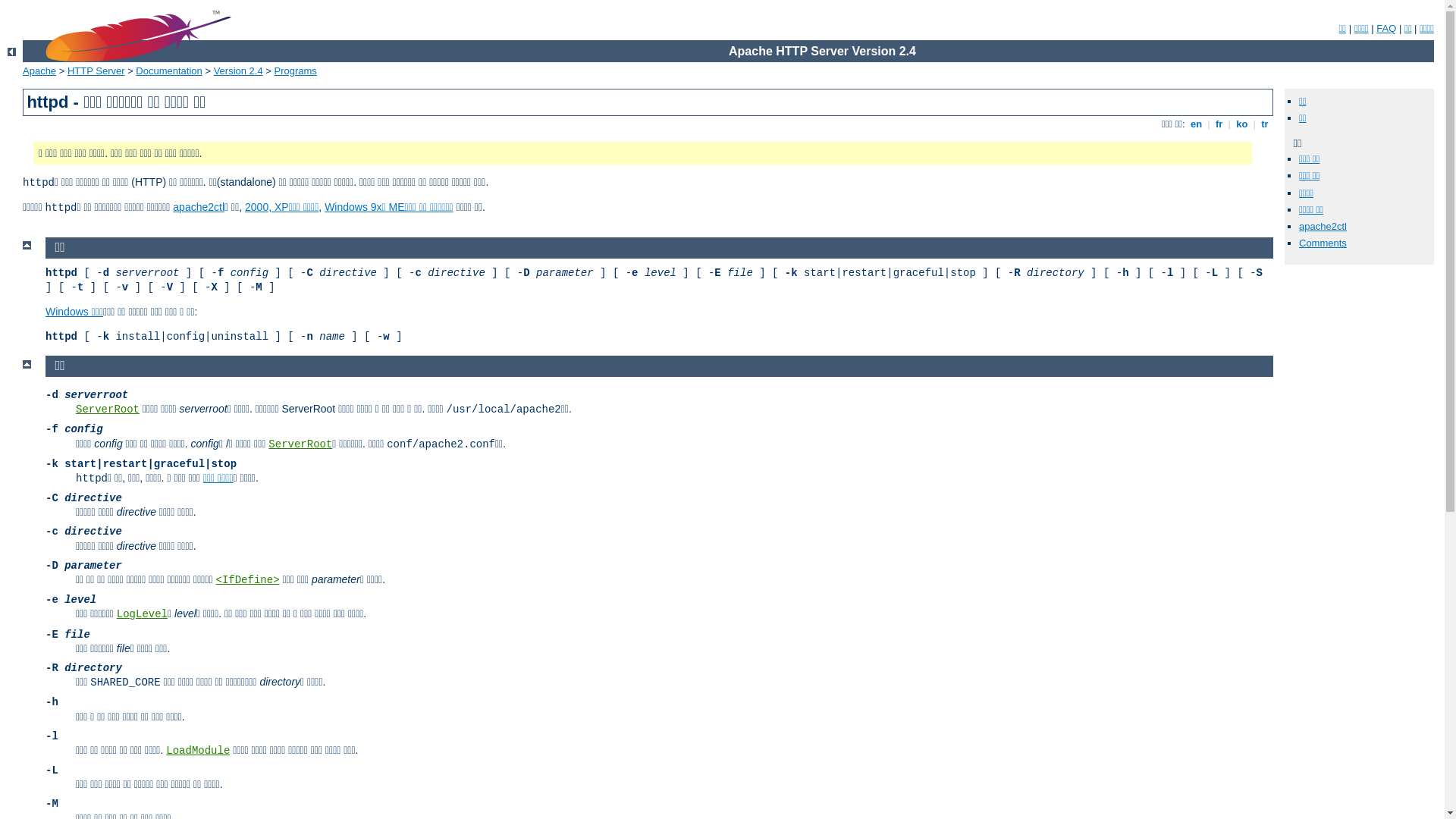  What do you see at coordinates (268, 444) in the screenshot?
I see `'ServerRoot'` at bounding box center [268, 444].